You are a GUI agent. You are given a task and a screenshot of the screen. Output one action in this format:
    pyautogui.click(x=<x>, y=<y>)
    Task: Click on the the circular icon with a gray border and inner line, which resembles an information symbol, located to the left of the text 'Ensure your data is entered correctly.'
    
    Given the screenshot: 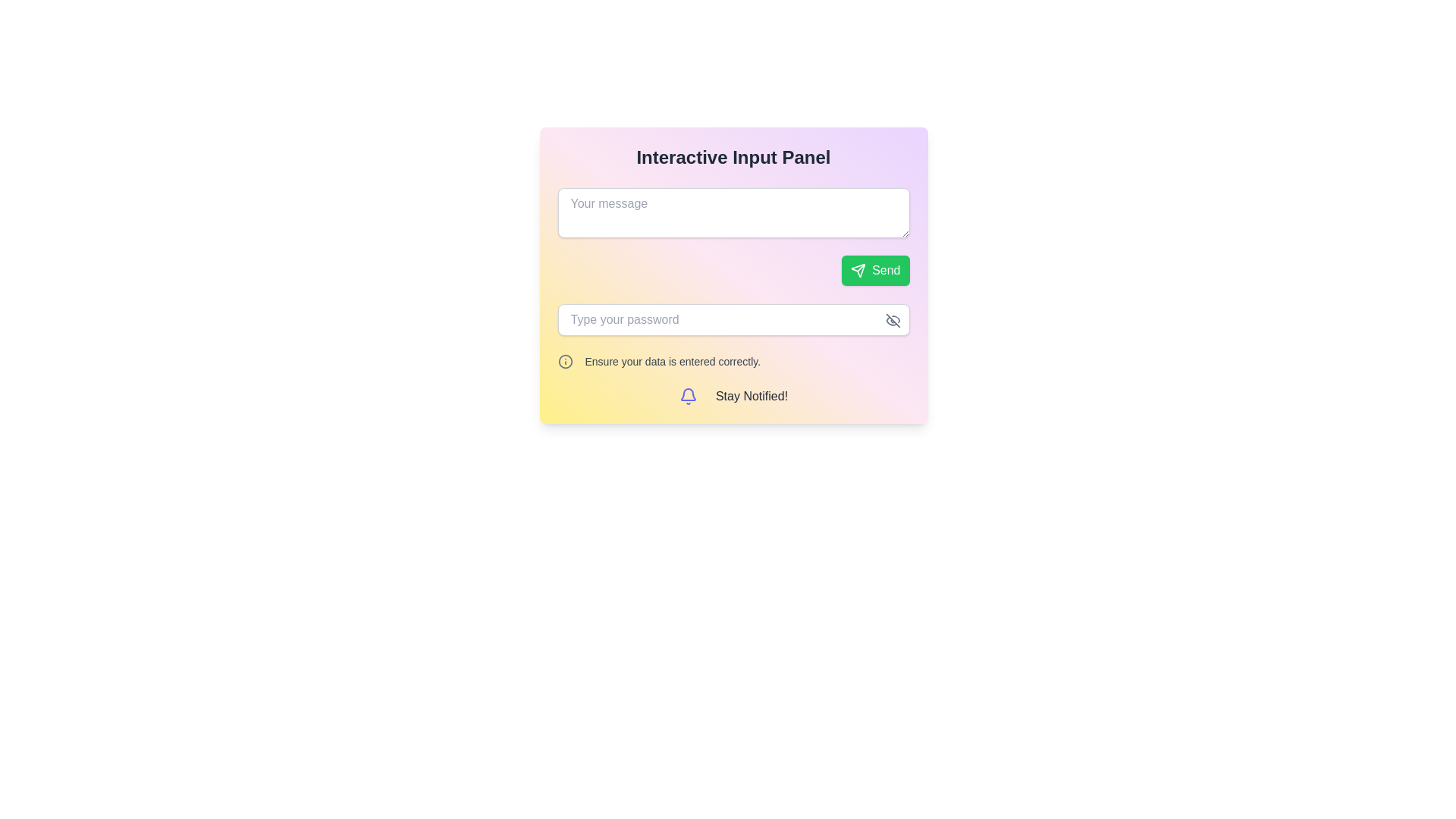 What is the action you would take?
    pyautogui.click(x=564, y=362)
    